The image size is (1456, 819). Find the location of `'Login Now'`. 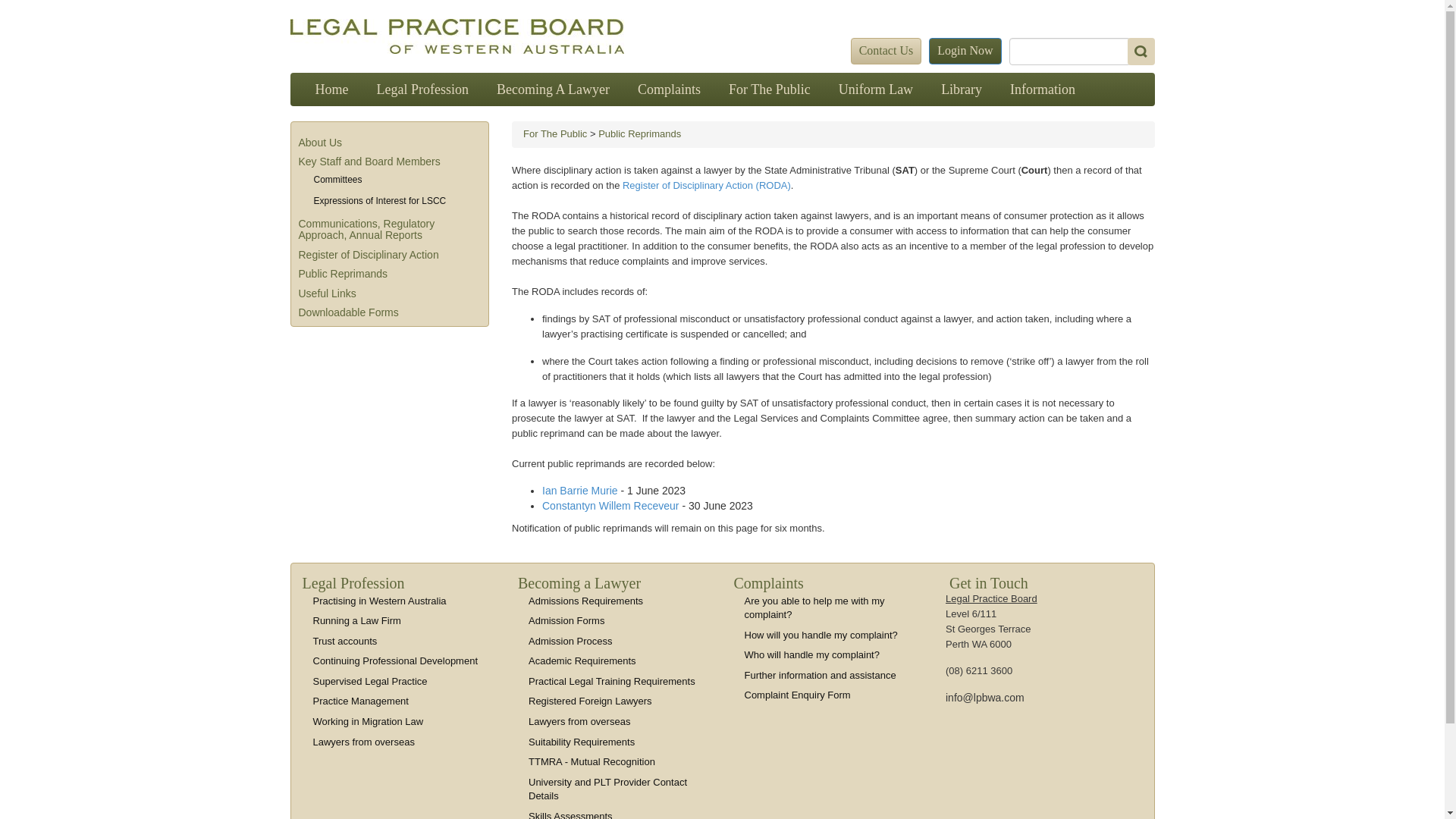

'Login Now' is located at coordinates (927, 50).